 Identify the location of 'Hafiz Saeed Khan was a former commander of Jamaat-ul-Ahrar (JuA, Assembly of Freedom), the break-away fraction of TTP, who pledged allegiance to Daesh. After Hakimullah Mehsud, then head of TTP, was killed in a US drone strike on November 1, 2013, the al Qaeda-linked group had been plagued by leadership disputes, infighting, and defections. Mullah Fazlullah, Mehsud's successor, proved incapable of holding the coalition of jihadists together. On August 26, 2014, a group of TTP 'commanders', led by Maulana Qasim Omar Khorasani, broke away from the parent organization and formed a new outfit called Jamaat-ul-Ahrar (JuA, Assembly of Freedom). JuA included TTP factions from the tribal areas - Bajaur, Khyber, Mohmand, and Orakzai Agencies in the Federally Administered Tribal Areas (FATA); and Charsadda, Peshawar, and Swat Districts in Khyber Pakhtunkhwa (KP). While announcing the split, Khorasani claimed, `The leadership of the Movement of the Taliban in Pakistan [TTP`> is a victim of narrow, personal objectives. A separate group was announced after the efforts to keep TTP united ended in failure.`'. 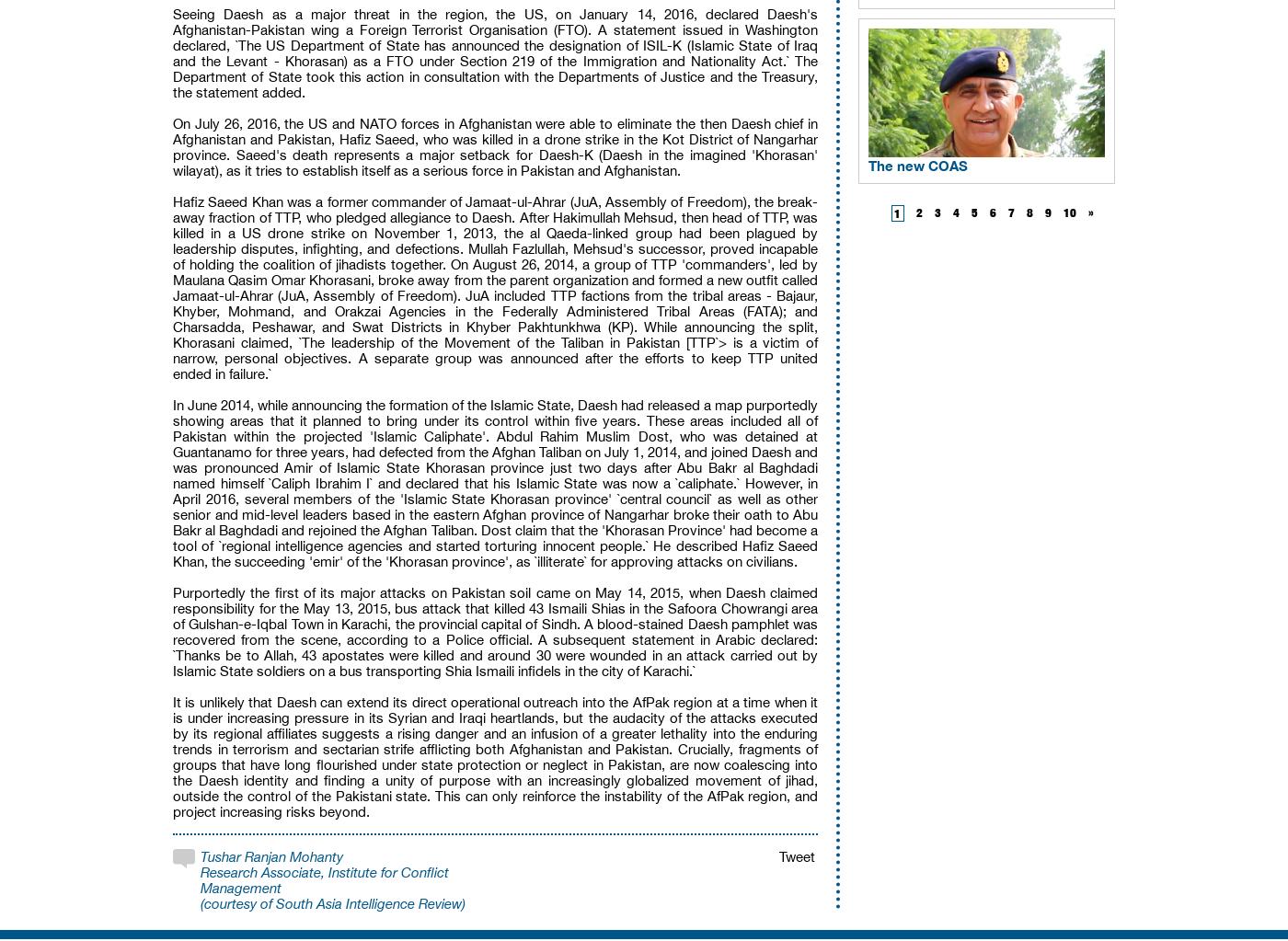
(495, 287).